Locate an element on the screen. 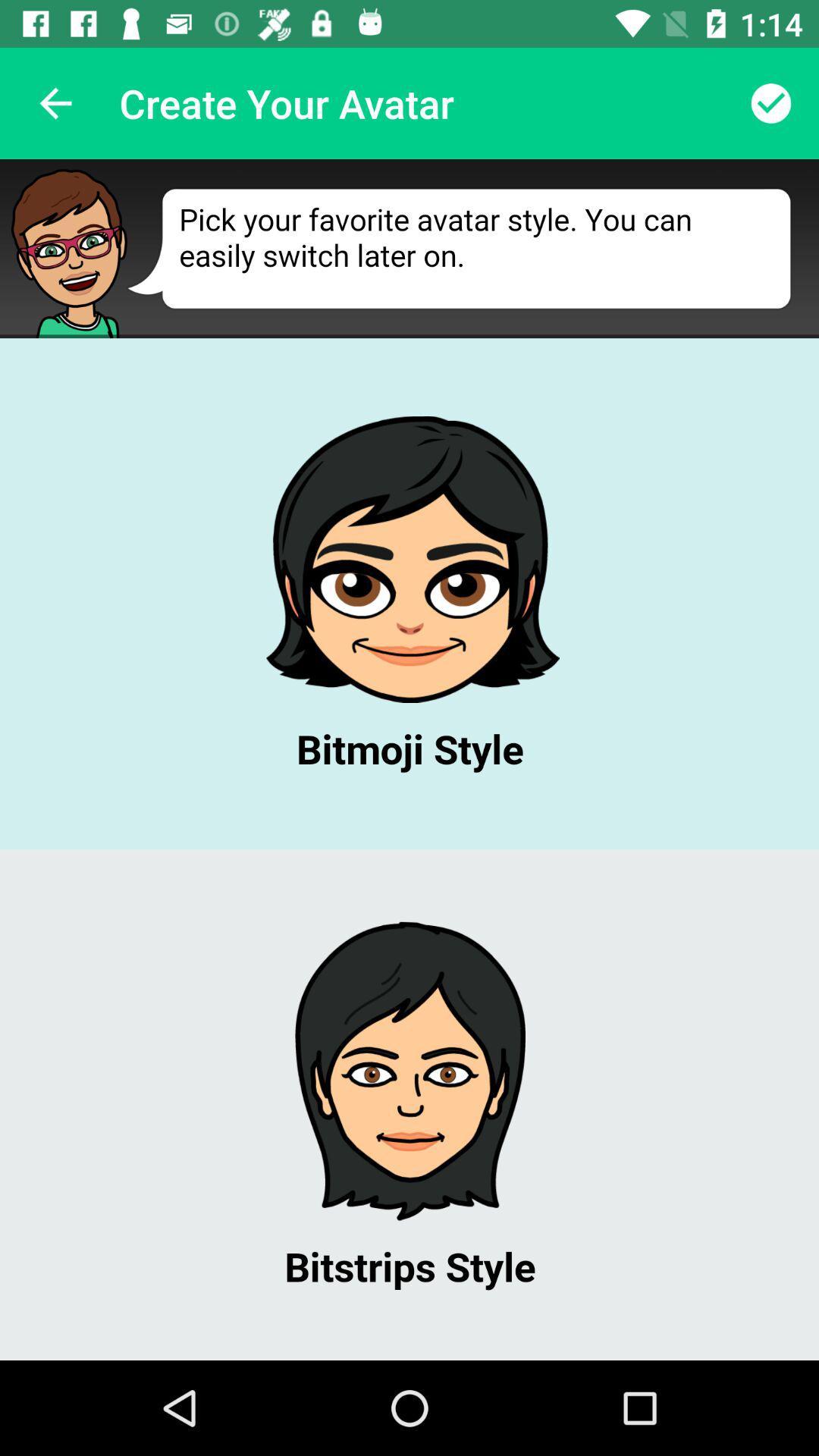  page is open is located at coordinates (409, 760).